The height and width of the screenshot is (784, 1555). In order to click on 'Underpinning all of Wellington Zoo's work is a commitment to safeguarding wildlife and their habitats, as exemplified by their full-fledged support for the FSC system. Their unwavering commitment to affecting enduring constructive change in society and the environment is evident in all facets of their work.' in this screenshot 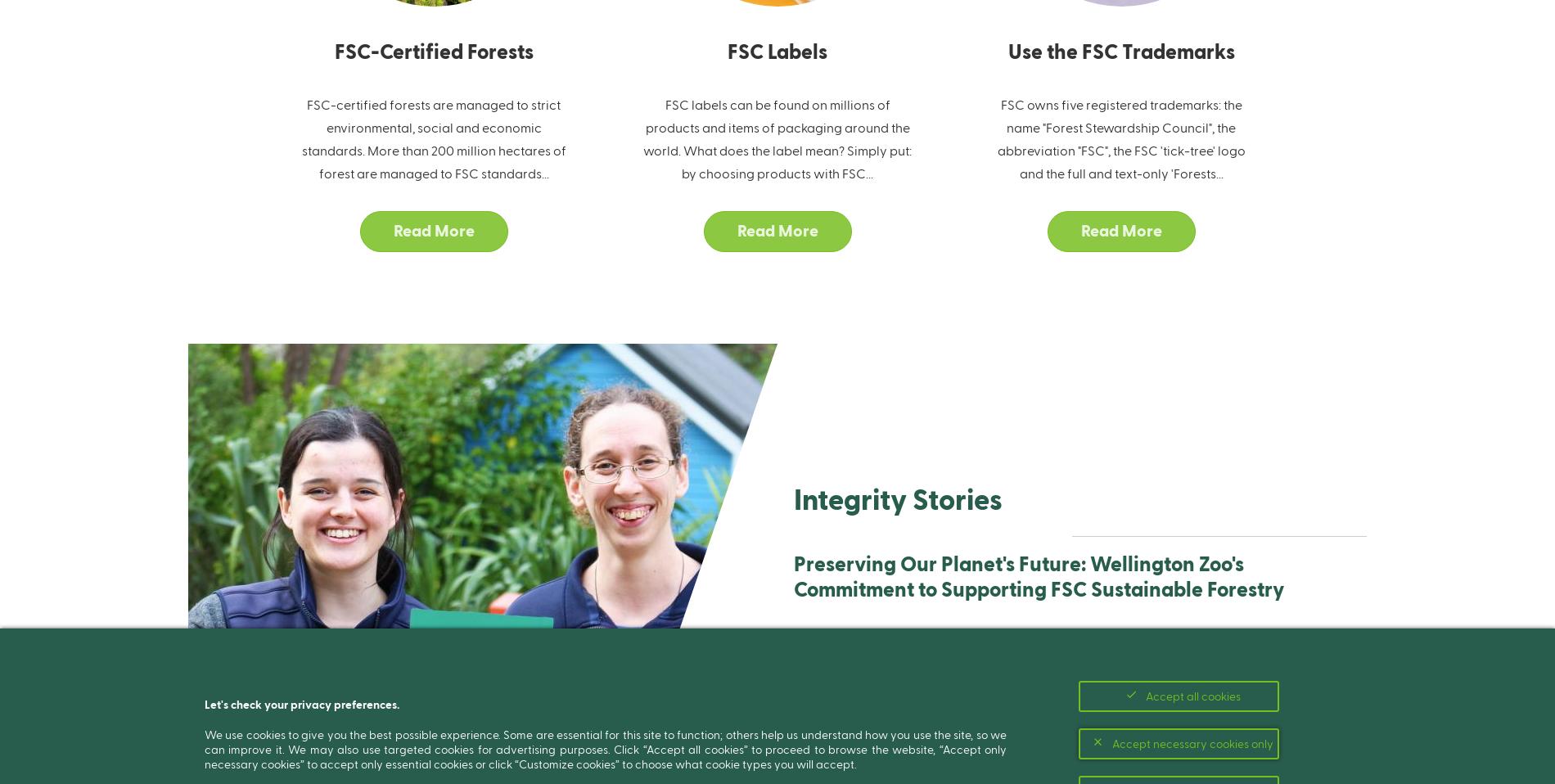, I will do `click(1059, 667)`.